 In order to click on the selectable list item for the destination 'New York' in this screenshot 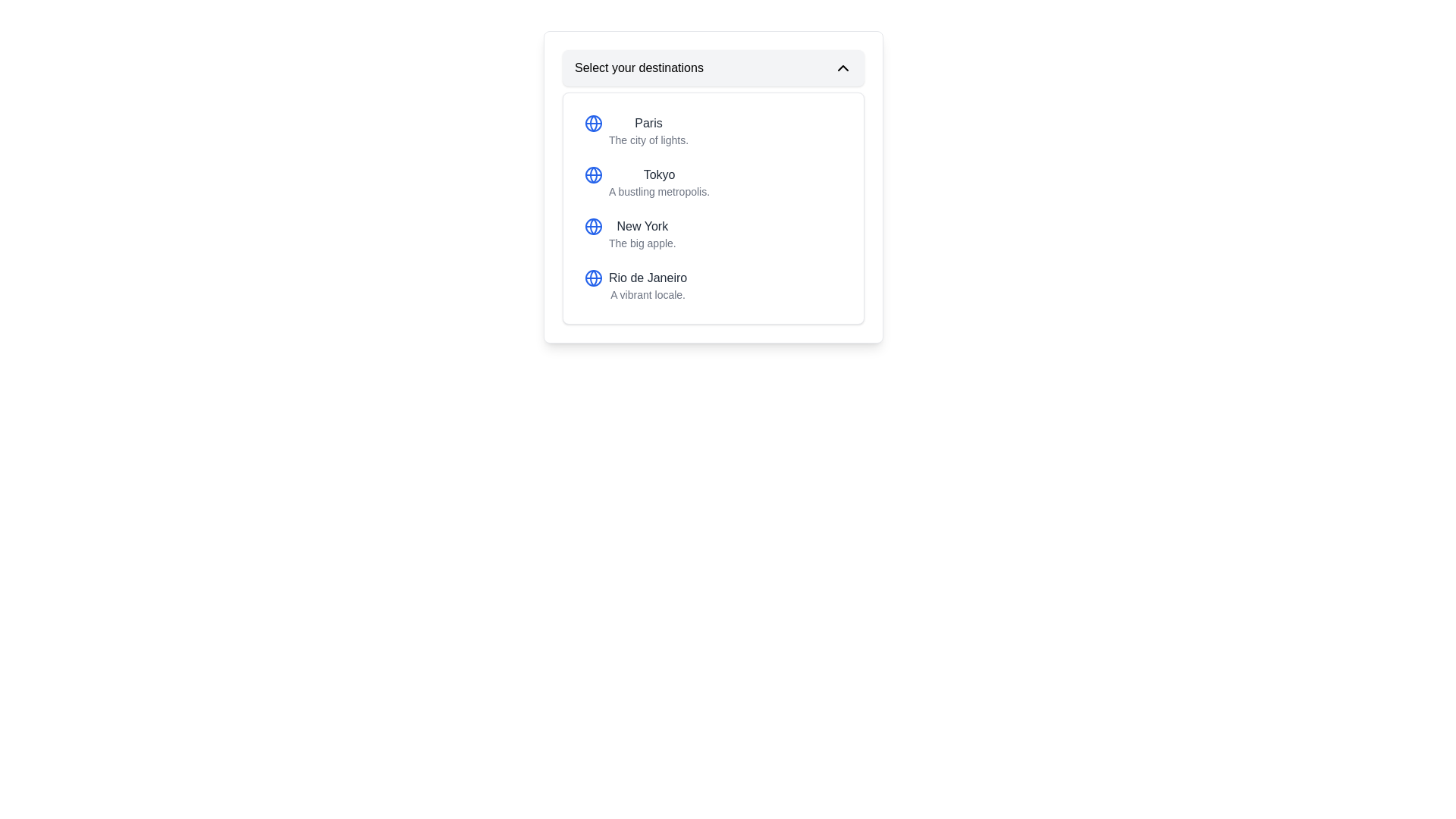, I will do `click(630, 234)`.